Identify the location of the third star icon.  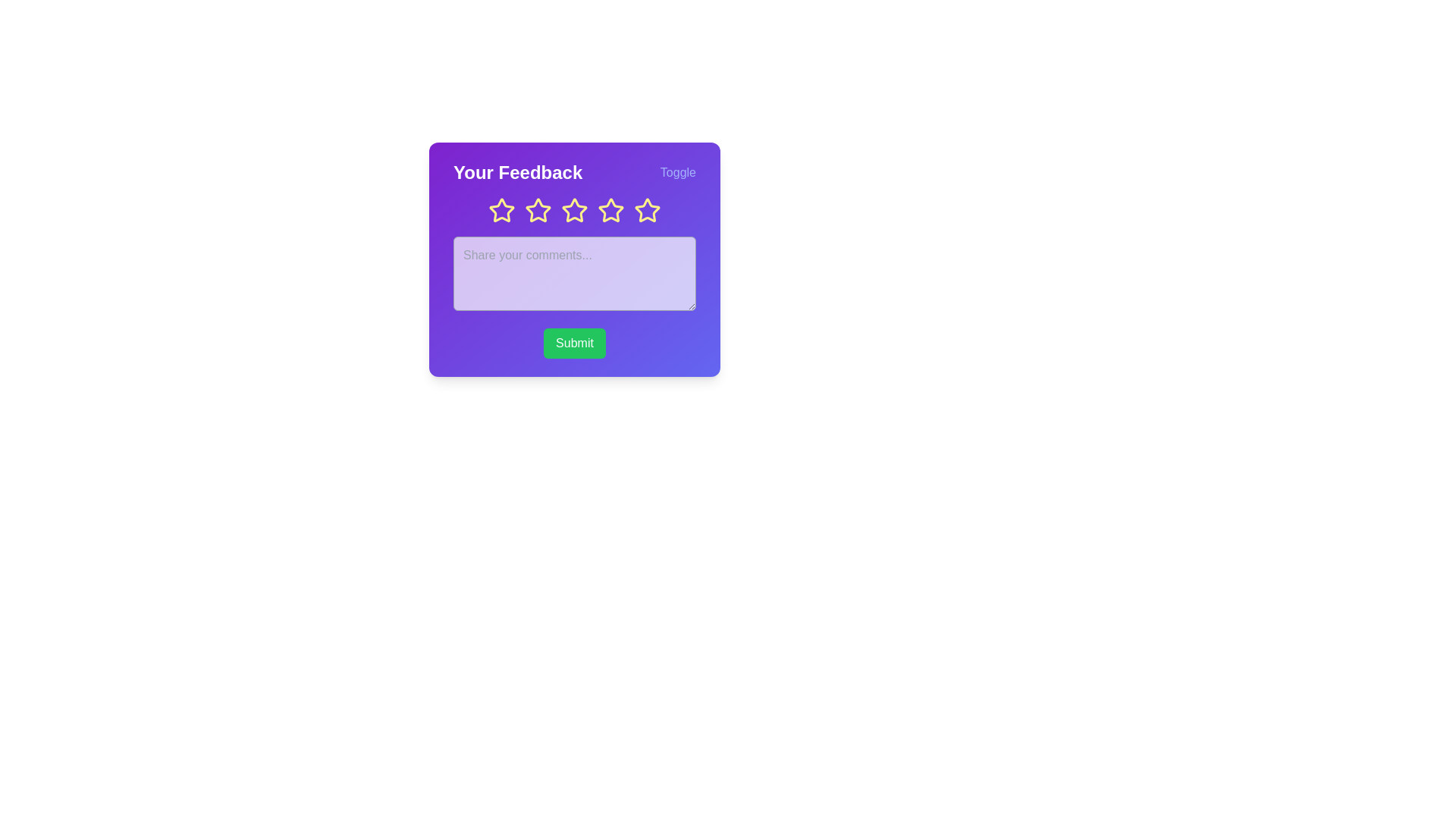
(611, 210).